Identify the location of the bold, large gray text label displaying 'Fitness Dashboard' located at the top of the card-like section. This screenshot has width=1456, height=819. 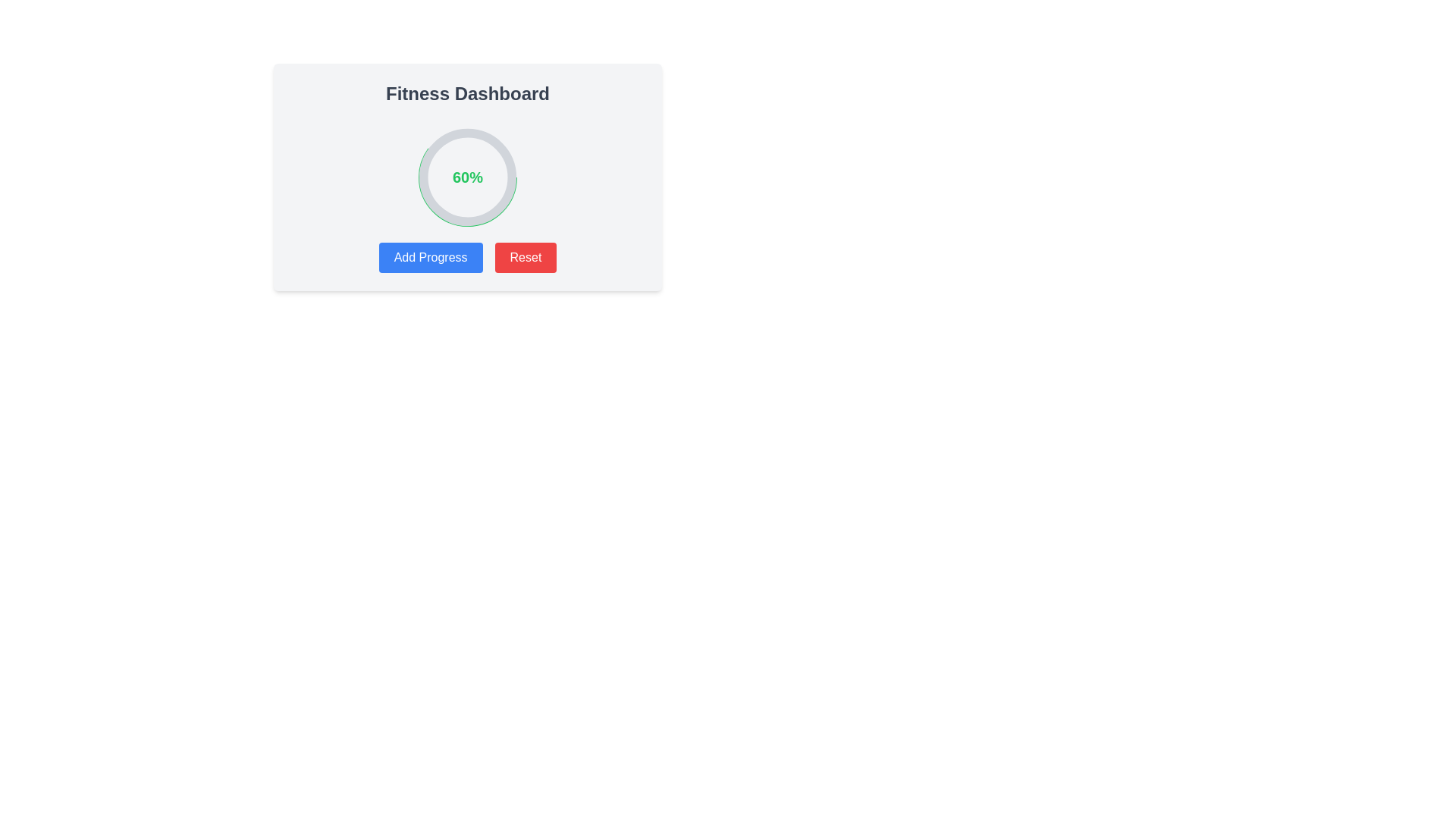
(466, 93).